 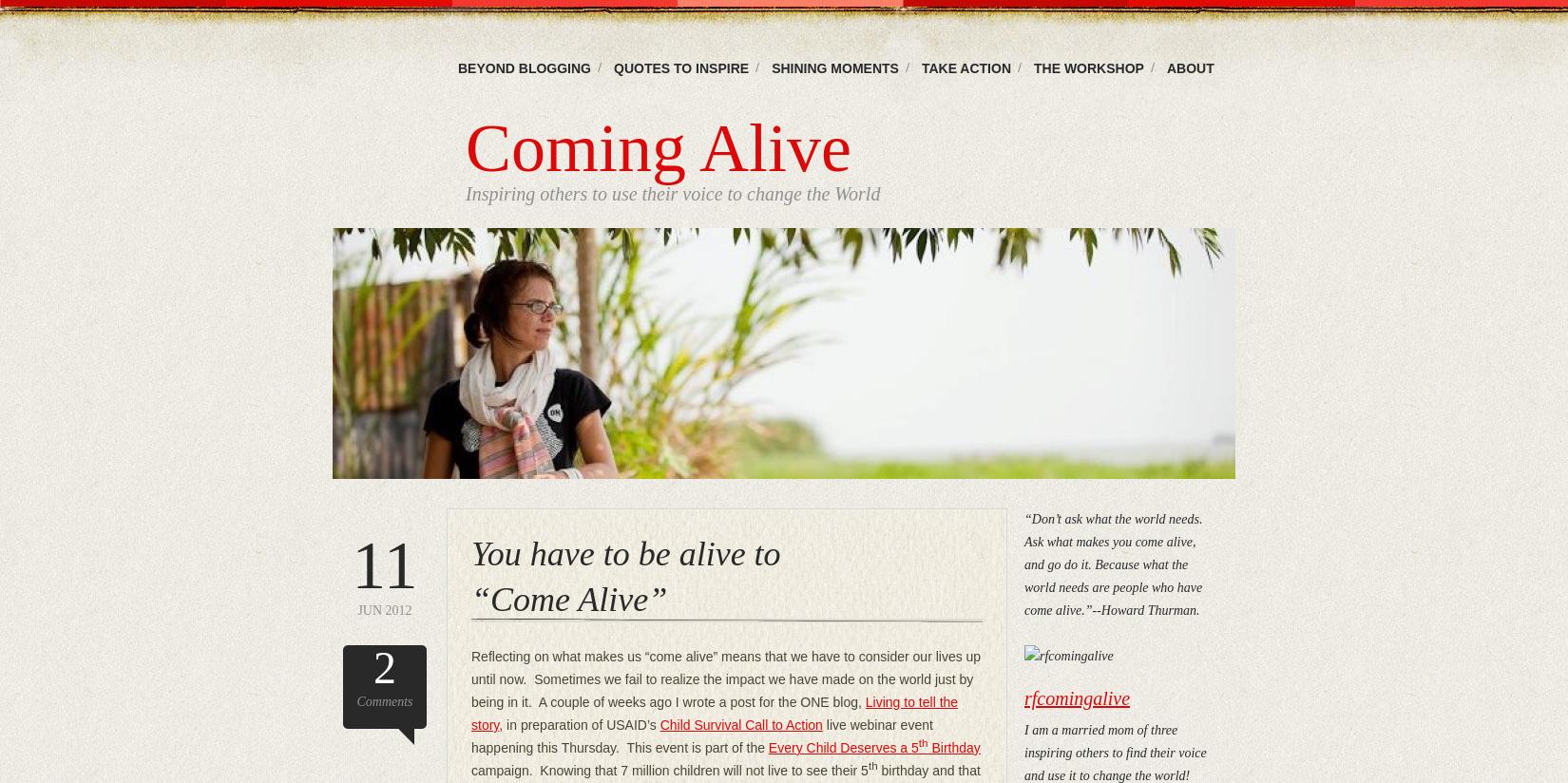 I want to click on '2', so click(x=385, y=666).